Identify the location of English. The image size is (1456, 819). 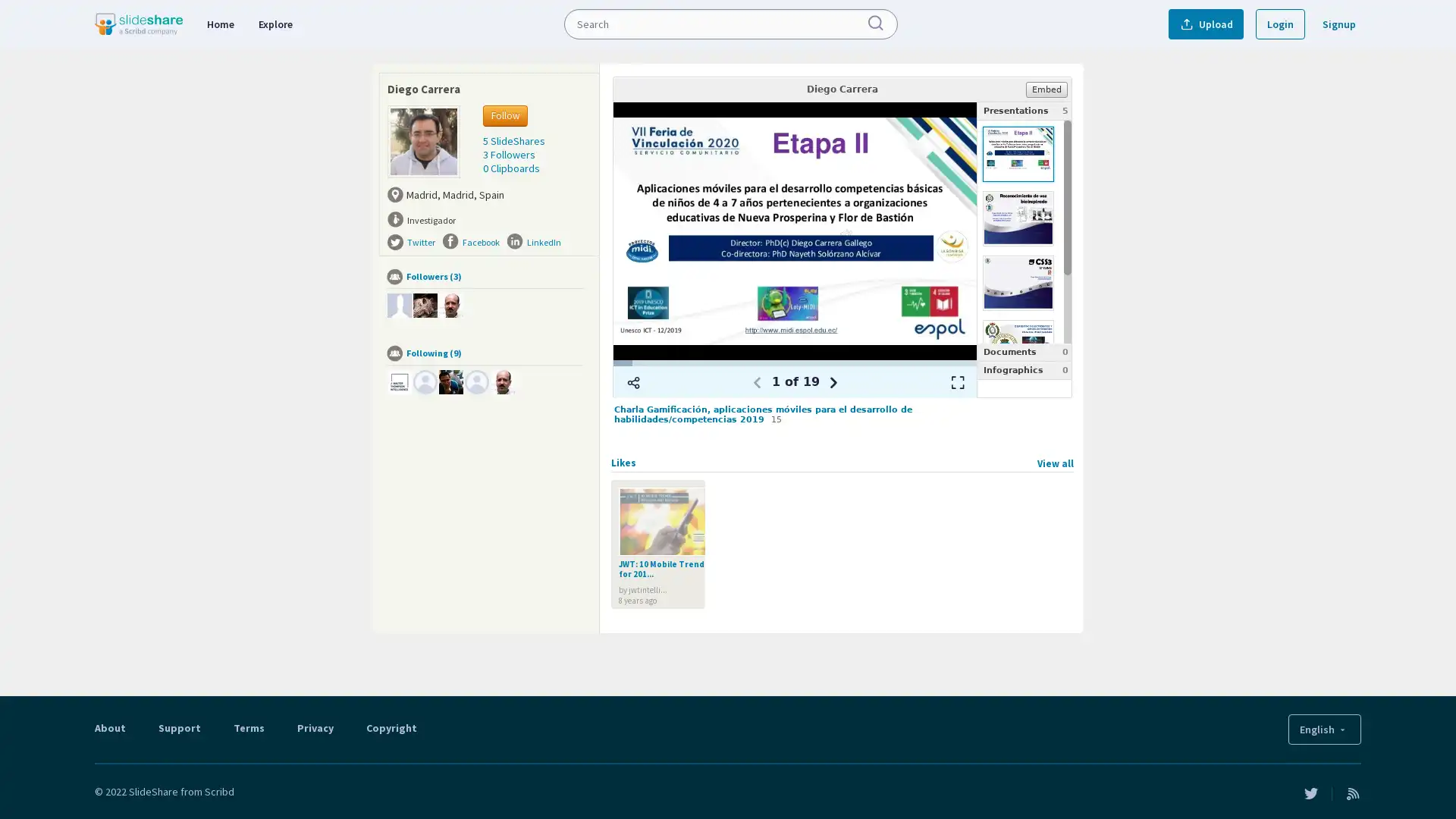
(1324, 728).